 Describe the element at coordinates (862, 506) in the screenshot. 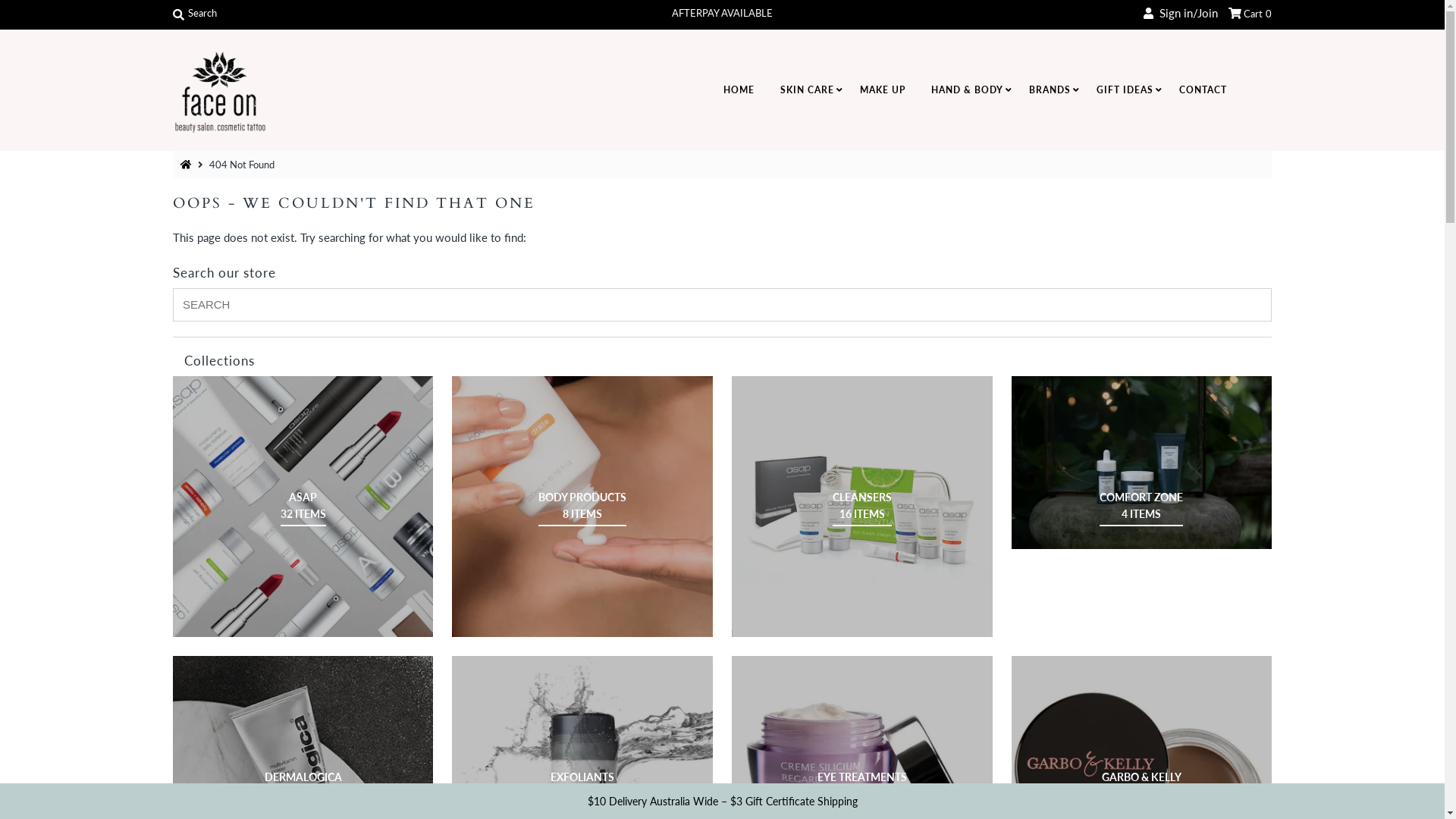

I see `'Cleansers'` at that location.